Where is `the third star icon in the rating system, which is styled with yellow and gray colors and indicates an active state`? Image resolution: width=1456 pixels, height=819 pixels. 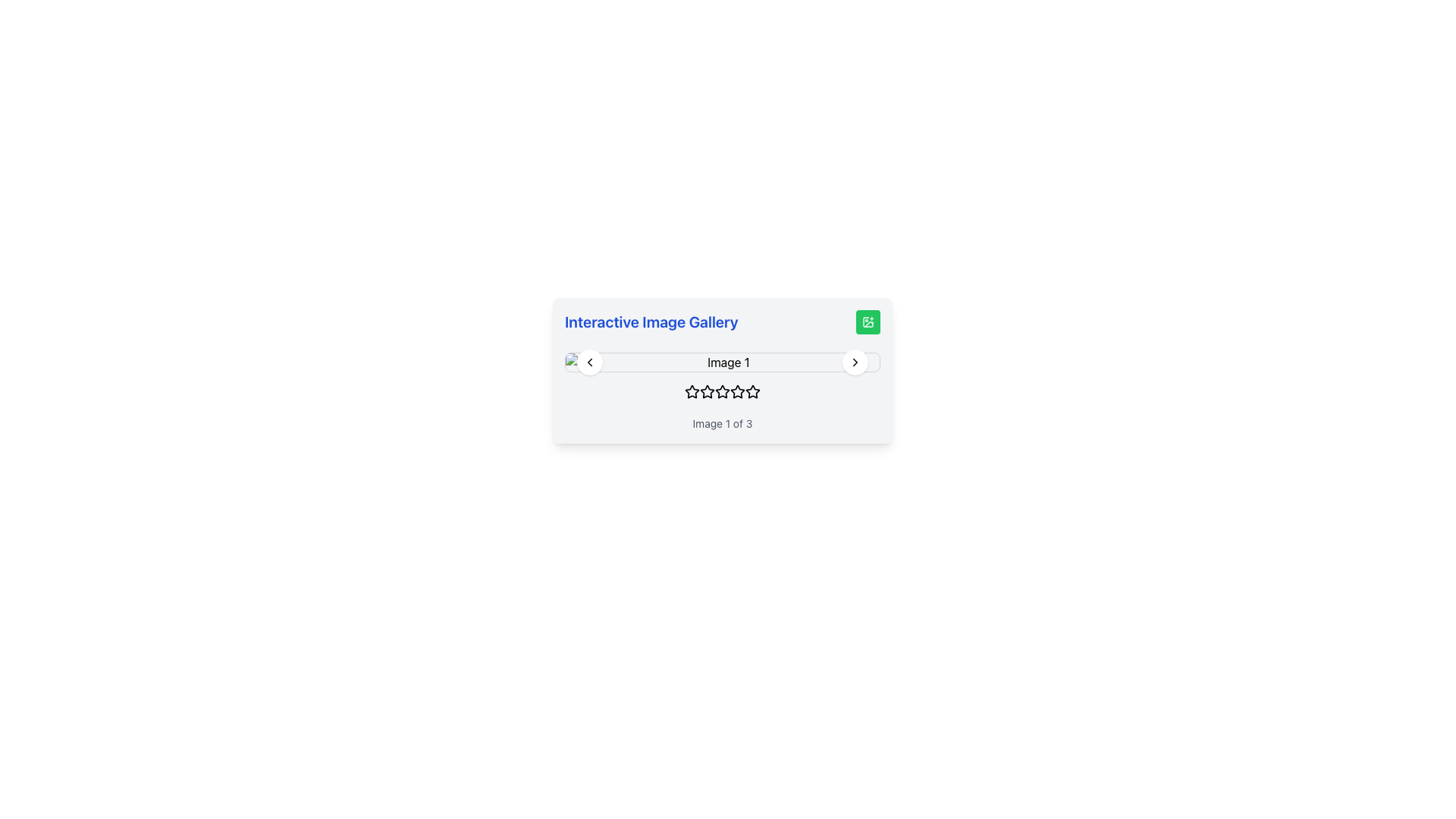
the third star icon in the rating system, which is styled with yellow and gray colors and indicates an active state is located at coordinates (722, 391).